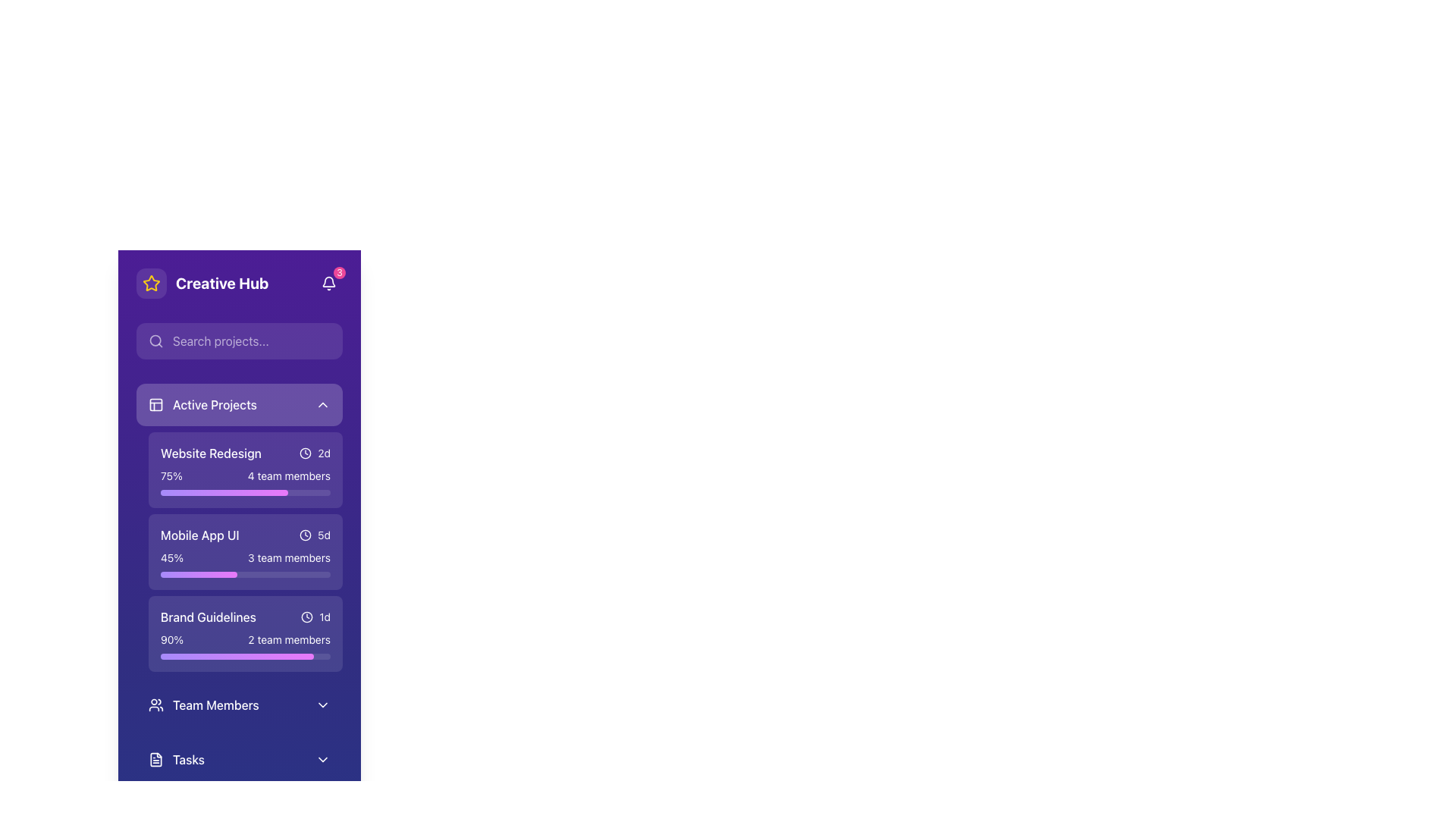 This screenshot has width=1456, height=819. Describe the element at coordinates (305, 452) in the screenshot. I see `the SVG circle icon representing time, located within the 'Brand Guidelines' section, specifically to the right of the task title` at that location.